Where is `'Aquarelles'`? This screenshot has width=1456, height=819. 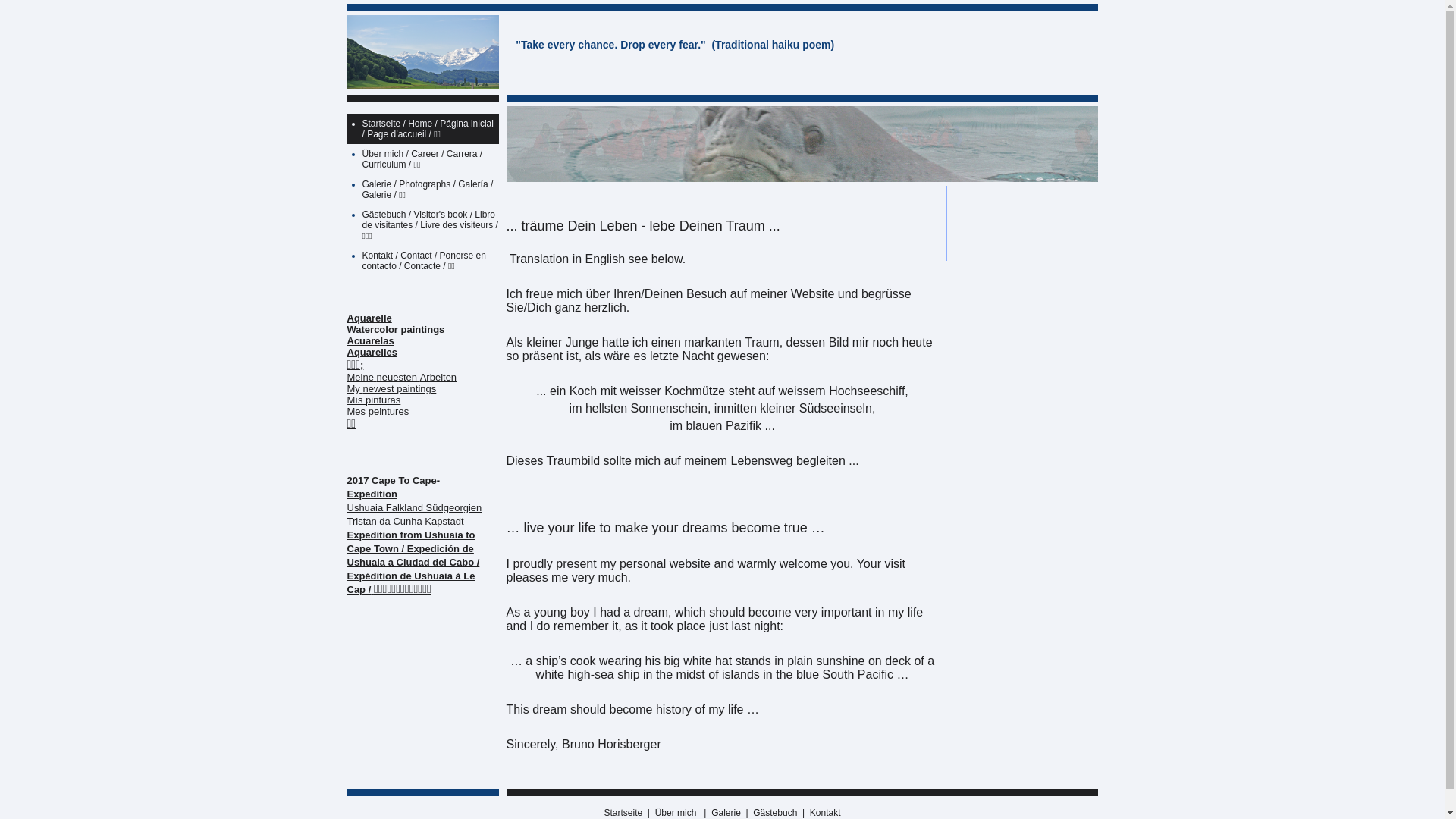
'Aquarelles' is located at coordinates (346, 352).